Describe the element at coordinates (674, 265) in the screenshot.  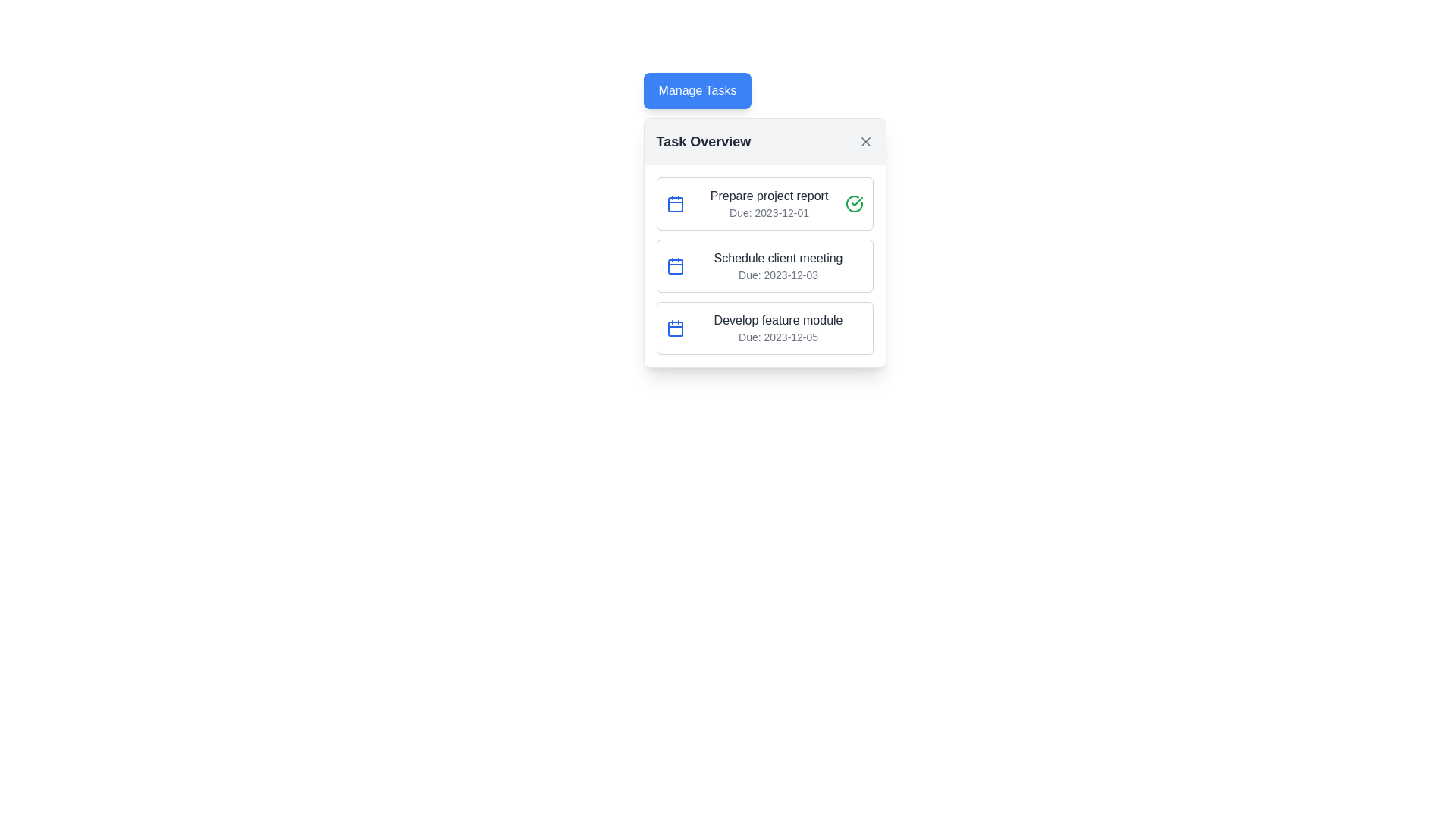
I see `the decorative component inside the calendar icon for the task 'Schedule client meeting', which is a rectangular shape with rounded corners` at that location.